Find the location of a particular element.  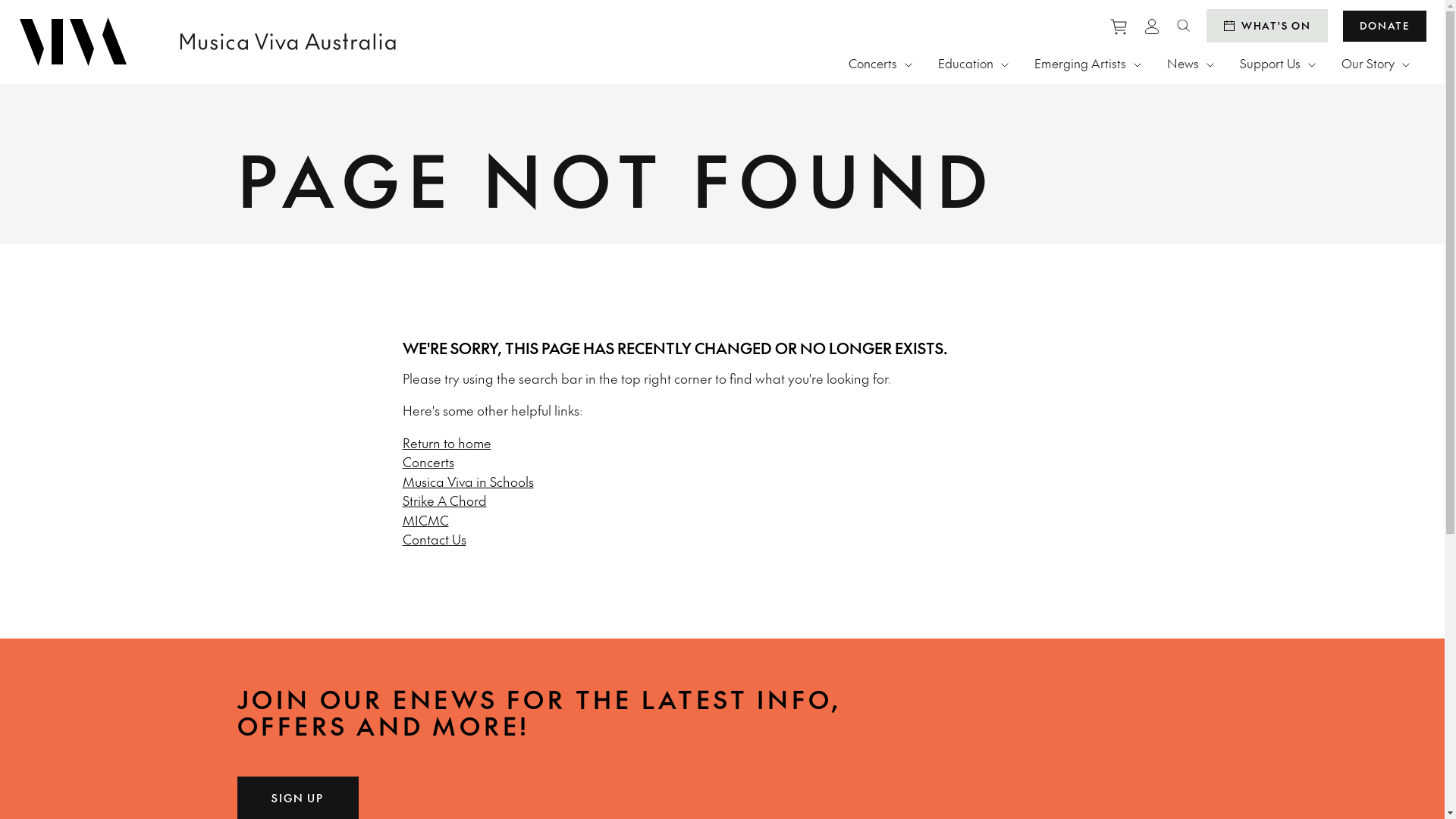

'Return to home' is located at coordinates (445, 442).